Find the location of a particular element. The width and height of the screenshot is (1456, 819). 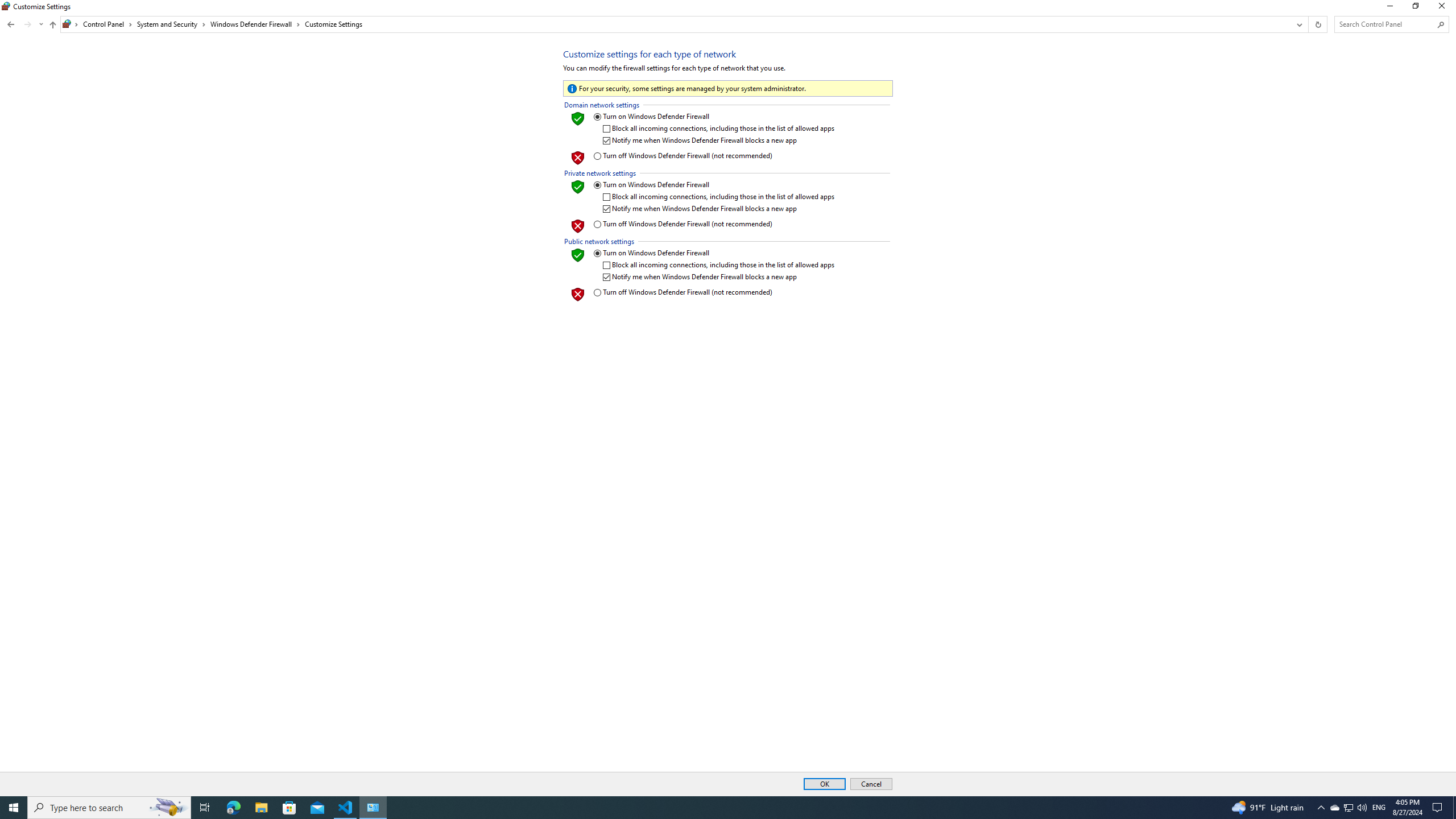

'Close' is located at coordinates (1444, 9).